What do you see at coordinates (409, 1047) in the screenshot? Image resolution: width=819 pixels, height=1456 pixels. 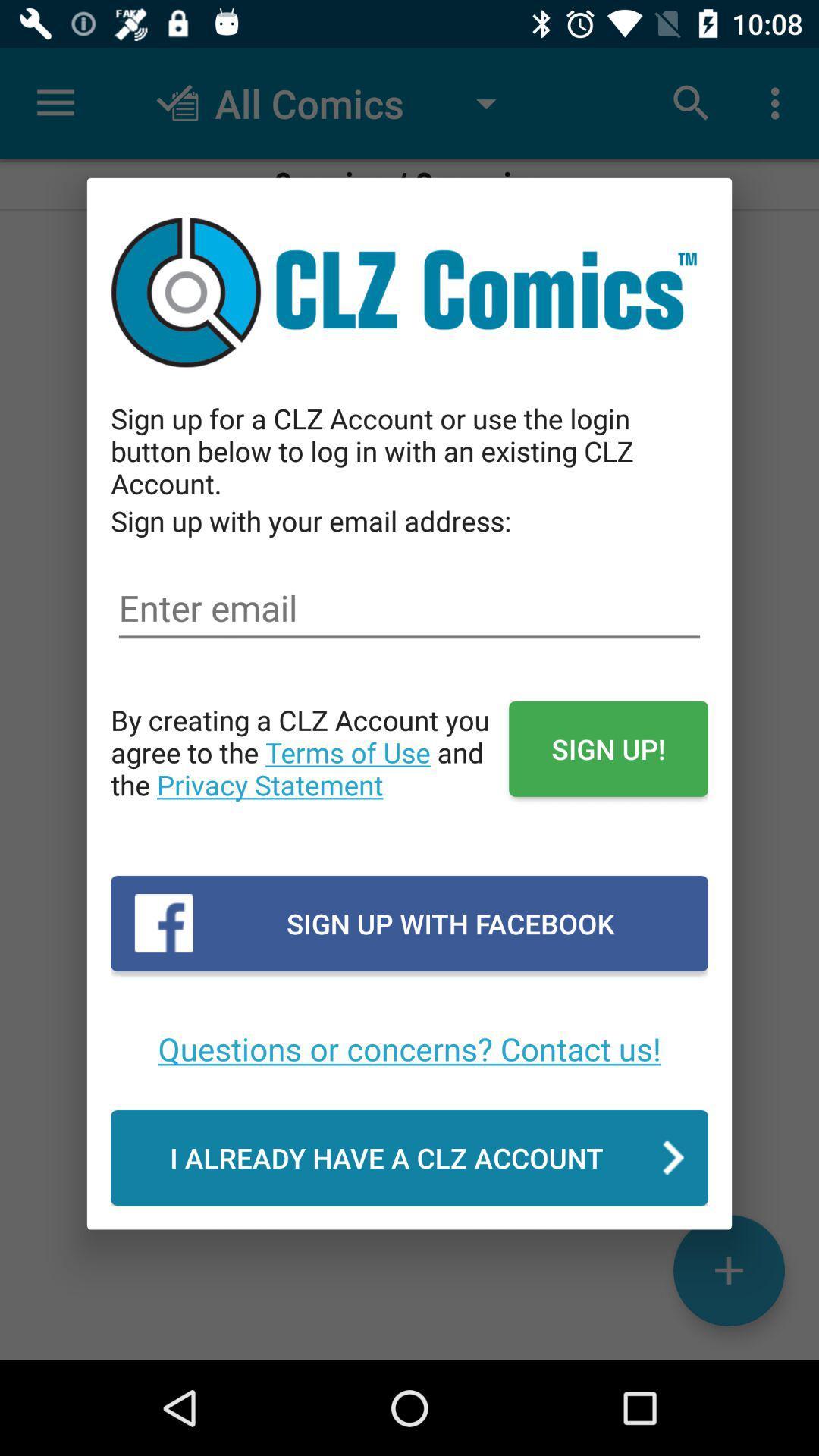 I see `questions or concerns item` at bounding box center [409, 1047].